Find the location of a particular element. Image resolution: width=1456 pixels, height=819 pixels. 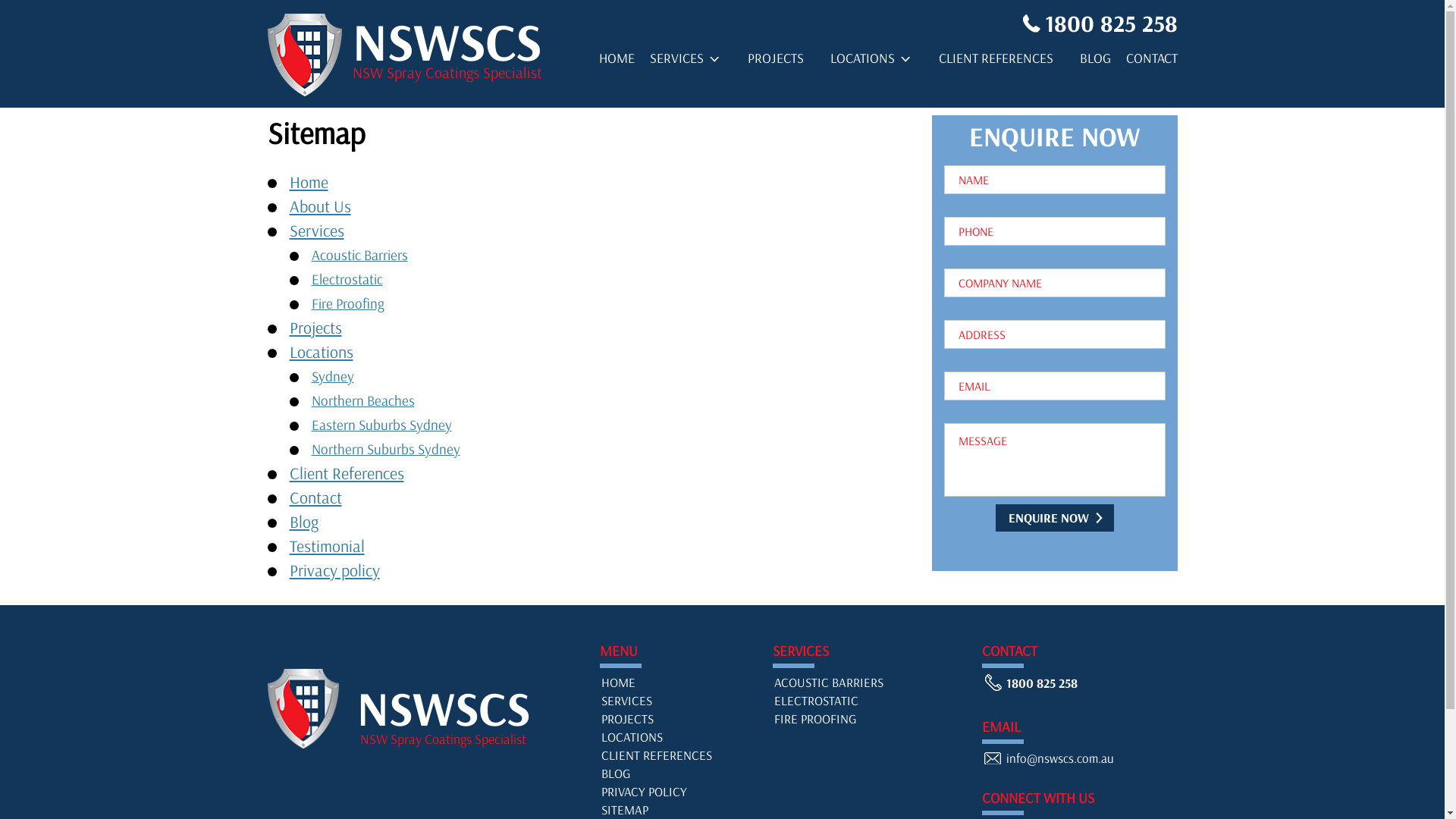

'Home' is located at coordinates (308, 180).